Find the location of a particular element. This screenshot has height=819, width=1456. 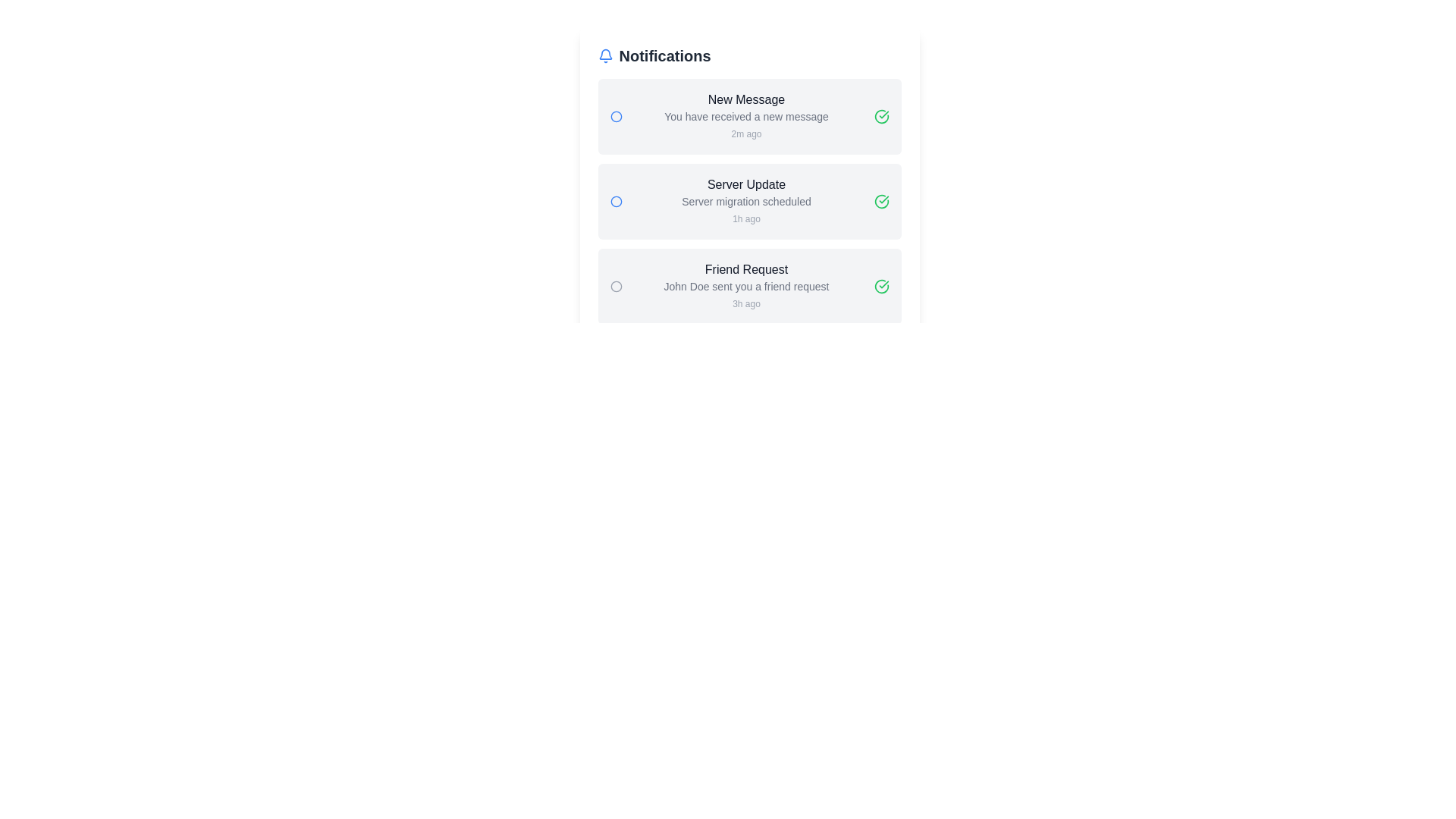

the first circular marker located to the left of the notification text reading 'New Message' is located at coordinates (616, 116).